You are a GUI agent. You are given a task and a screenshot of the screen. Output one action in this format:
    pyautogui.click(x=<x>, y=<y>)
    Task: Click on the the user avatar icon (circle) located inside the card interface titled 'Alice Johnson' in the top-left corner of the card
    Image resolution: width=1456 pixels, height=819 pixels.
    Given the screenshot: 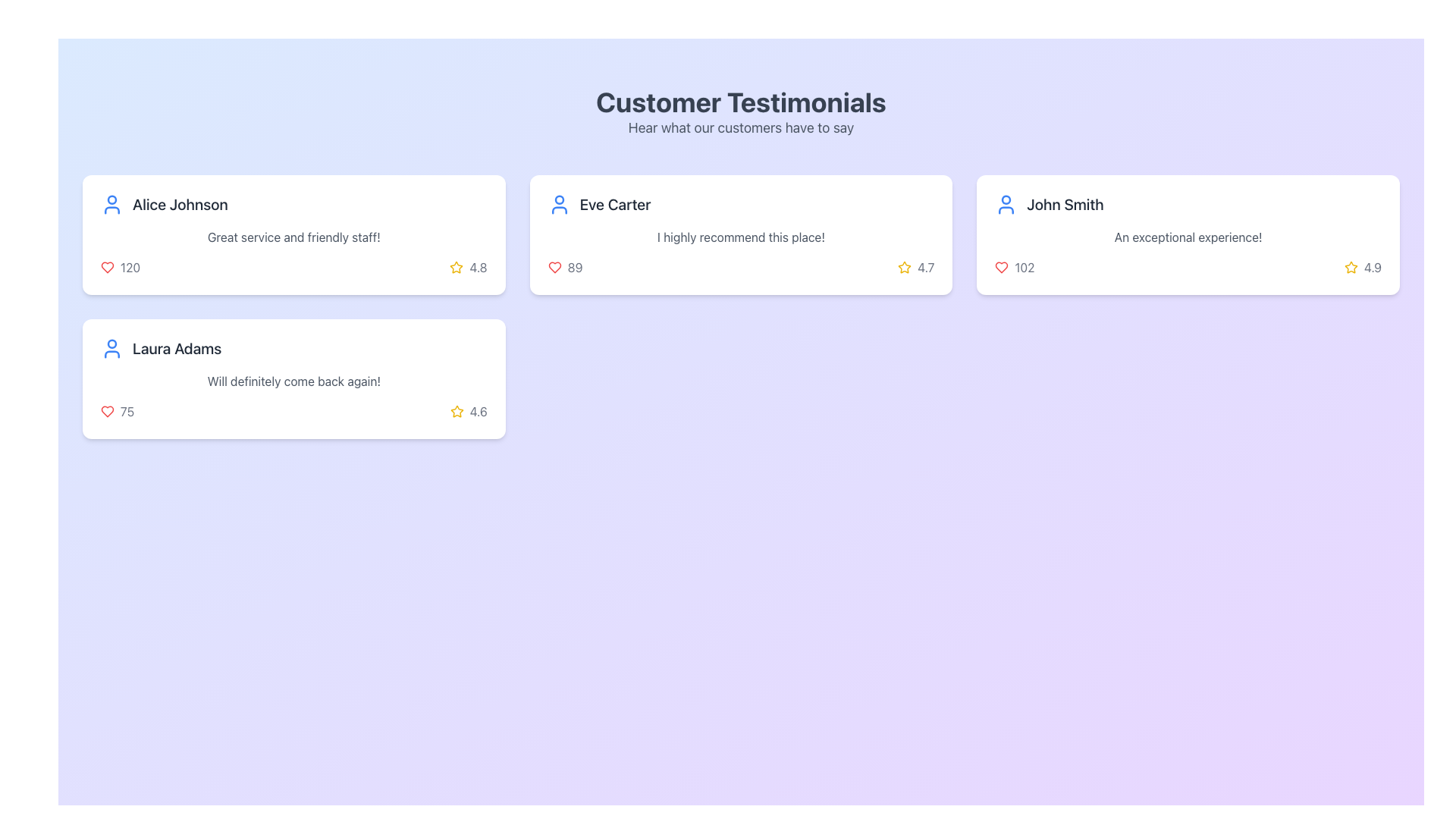 What is the action you would take?
    pyautogui.click(x=111, y=198)
    